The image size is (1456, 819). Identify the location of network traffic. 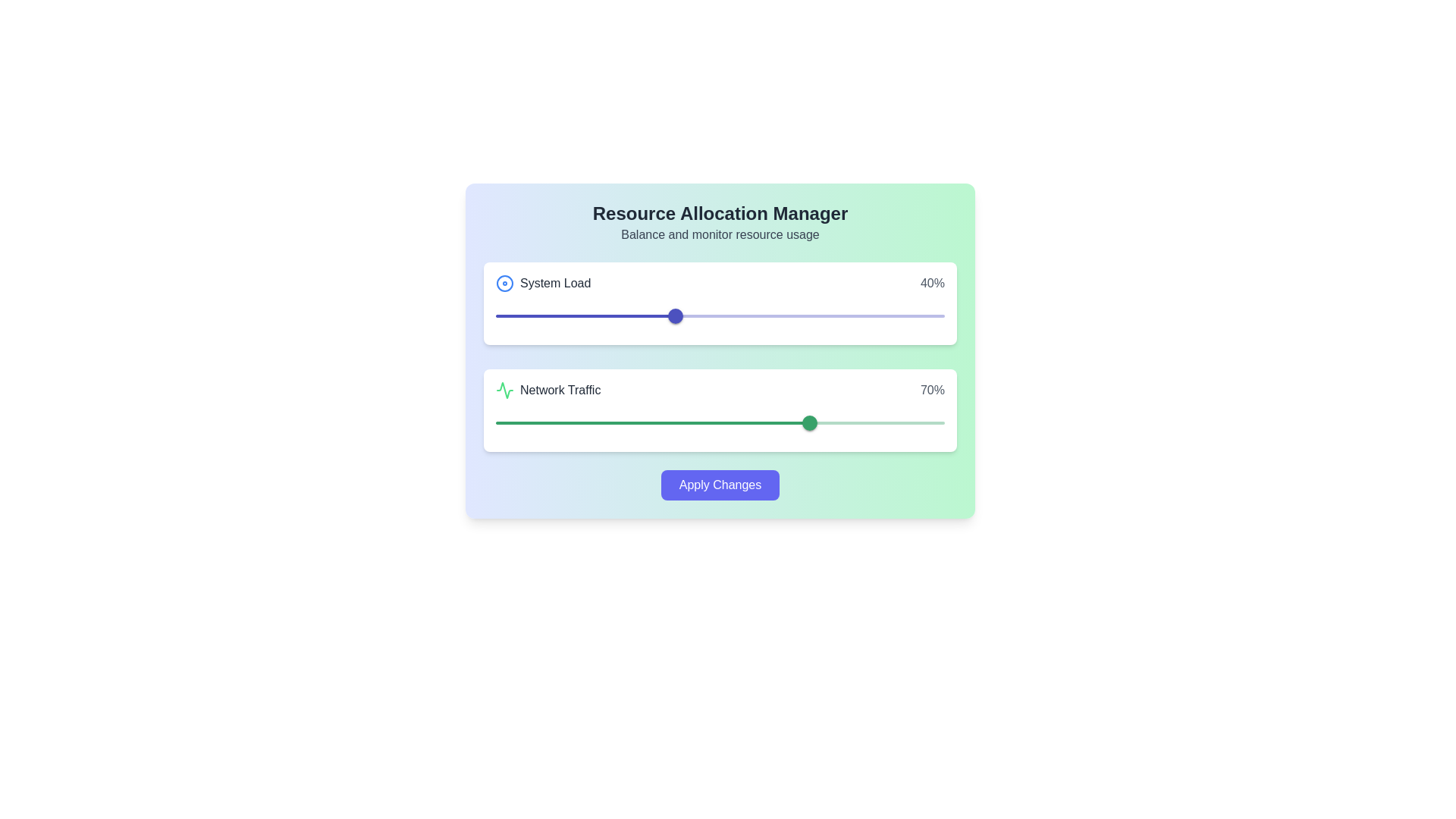
(926, 423).